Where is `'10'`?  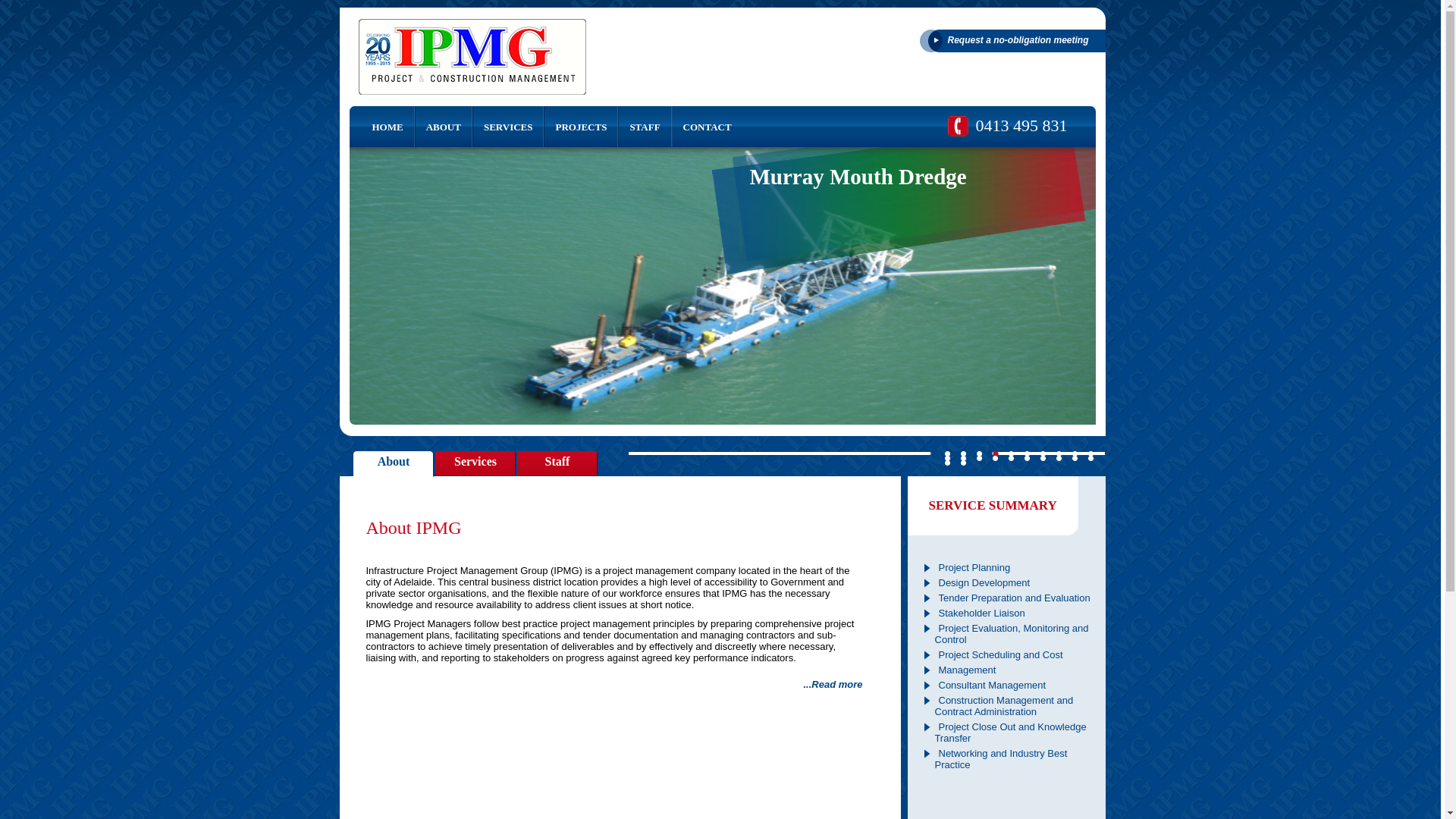 '10' is located at coordinates (1090, 452).